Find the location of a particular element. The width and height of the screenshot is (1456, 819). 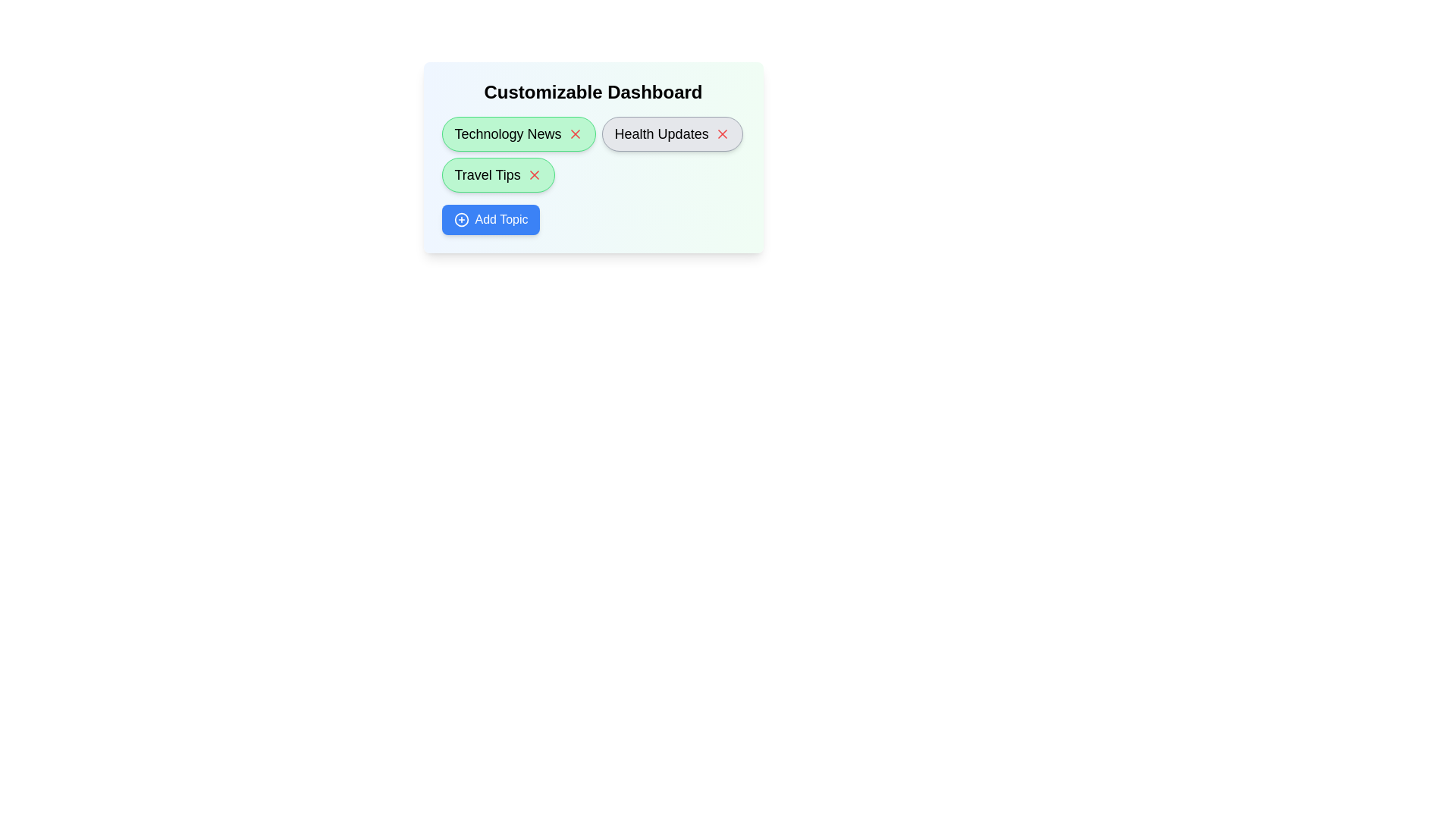

the 'X' button next to the topic named Technology News to remove it is located at coordinates (574, 133).